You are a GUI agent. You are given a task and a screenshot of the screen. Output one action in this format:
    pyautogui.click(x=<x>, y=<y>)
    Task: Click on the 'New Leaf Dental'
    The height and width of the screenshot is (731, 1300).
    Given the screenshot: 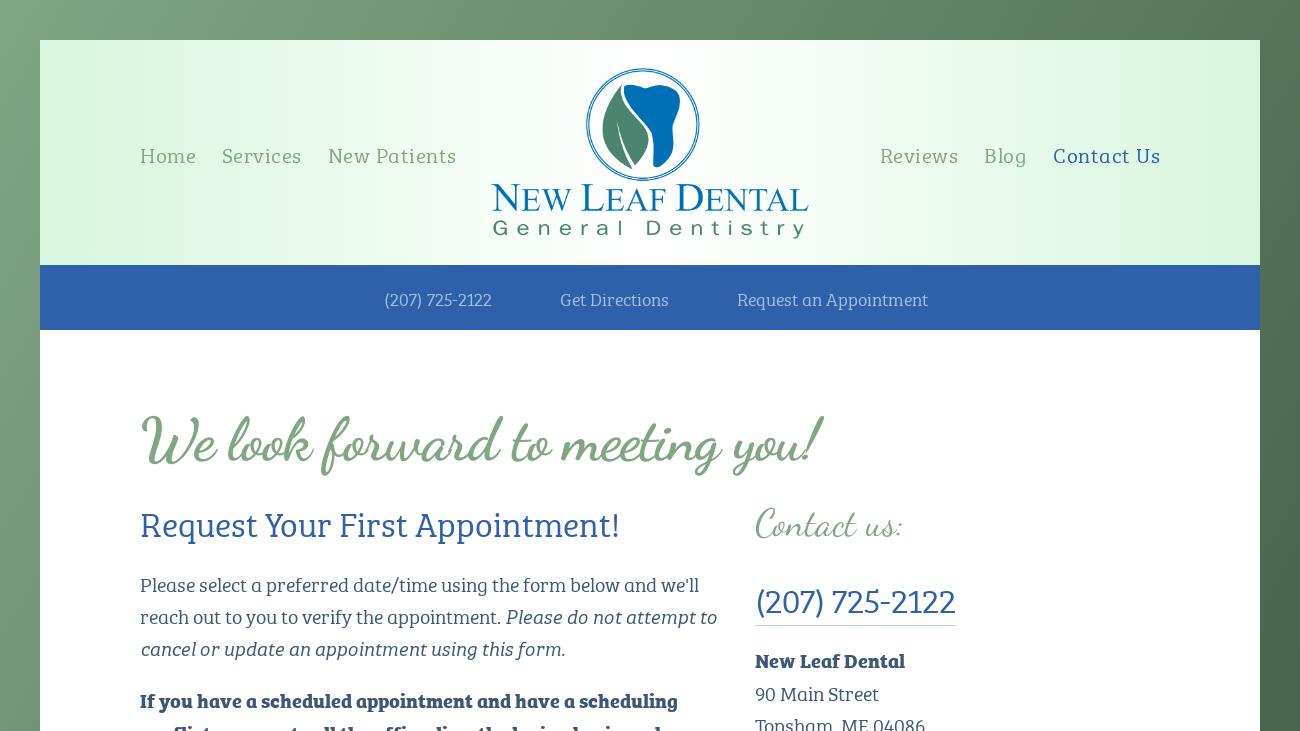 What is the action you would take?
    pyautogui.click(x=829, y=658)
    